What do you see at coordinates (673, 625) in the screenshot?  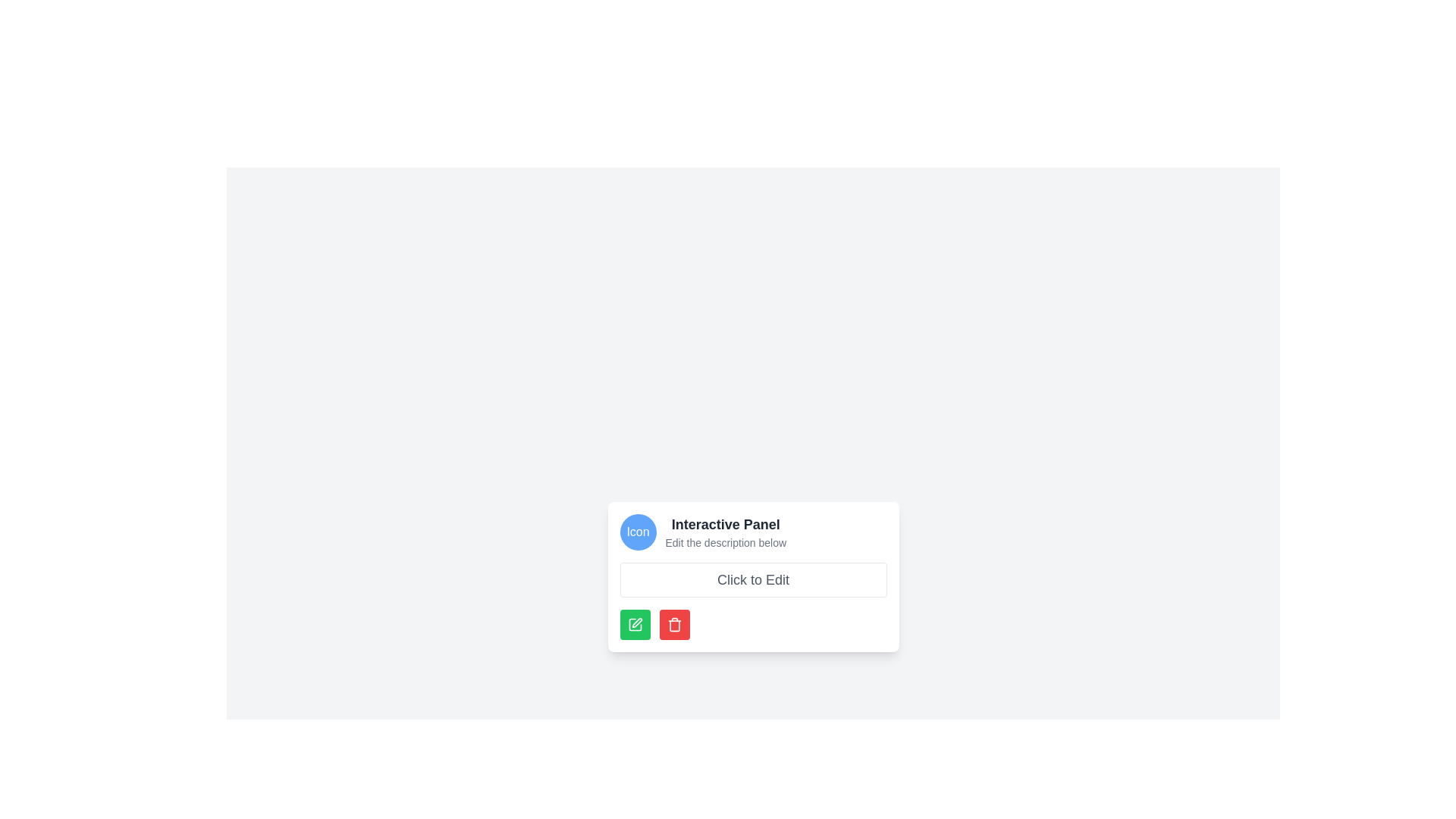 I see `the trash can icon within the circular red button located at the lower right corner of the interactive panel` at bounding box center [673, 625].